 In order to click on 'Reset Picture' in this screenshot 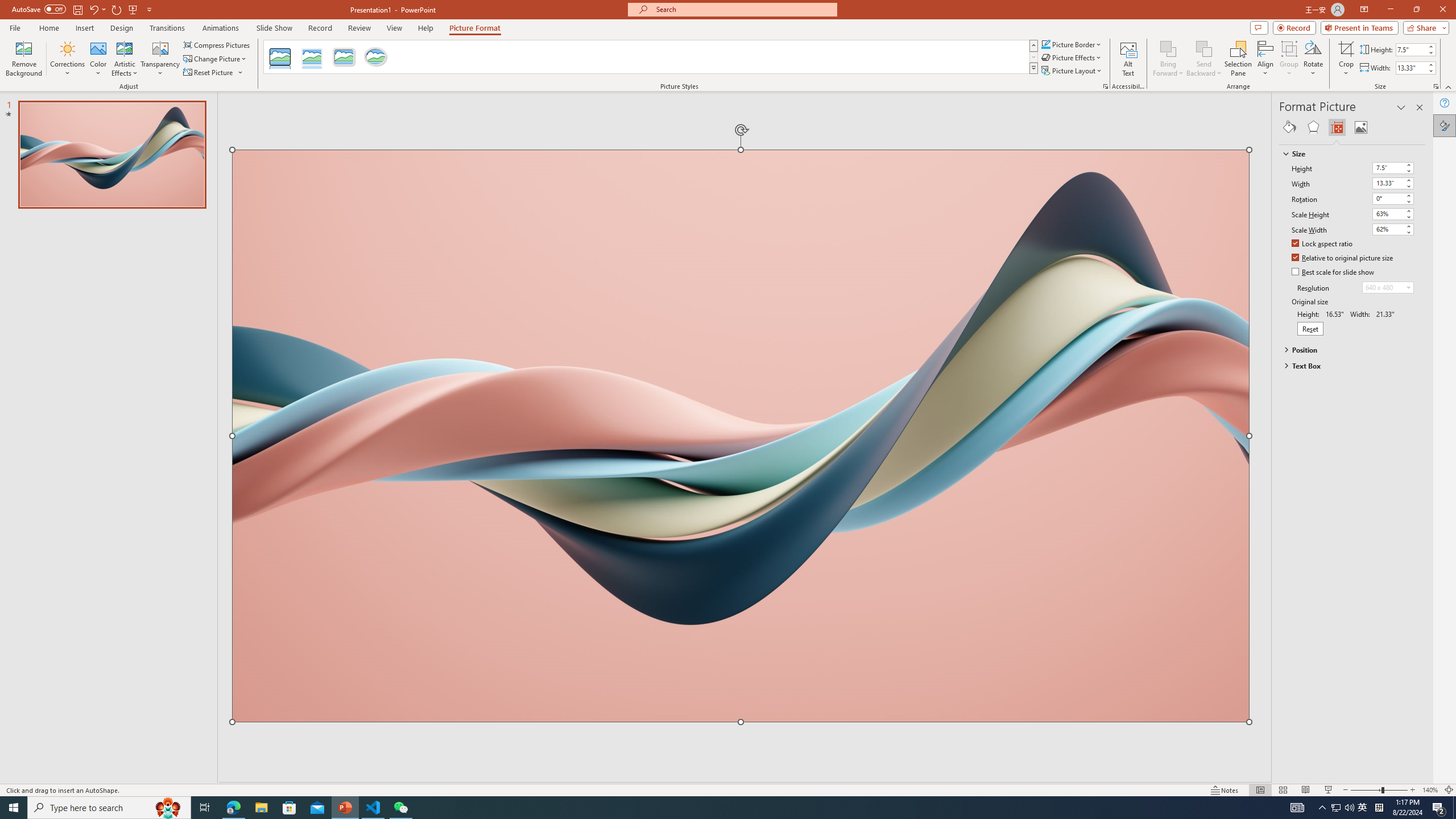, I will do `click(213, 72)`.